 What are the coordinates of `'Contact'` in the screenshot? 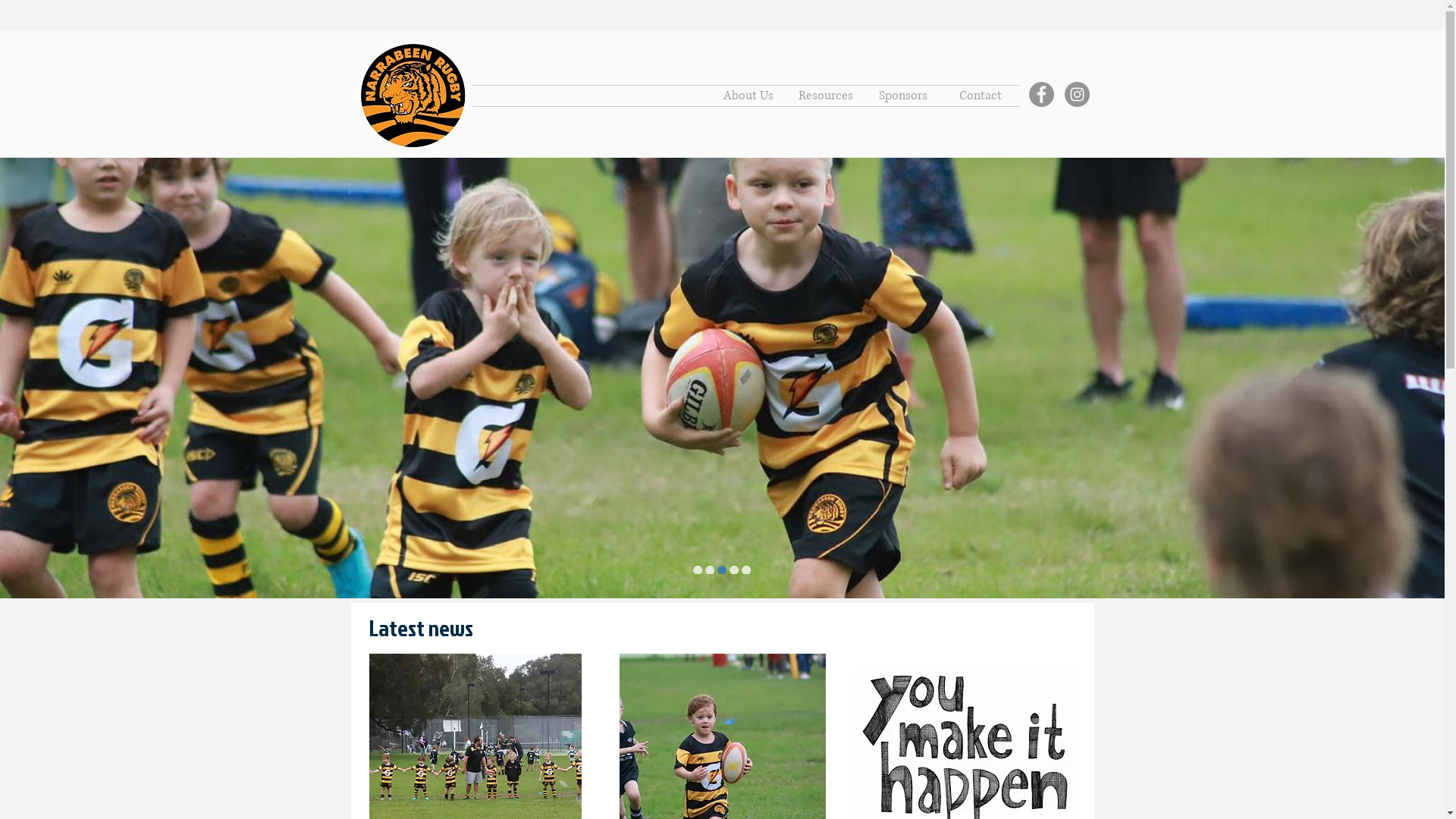 It's located at (980, 96).